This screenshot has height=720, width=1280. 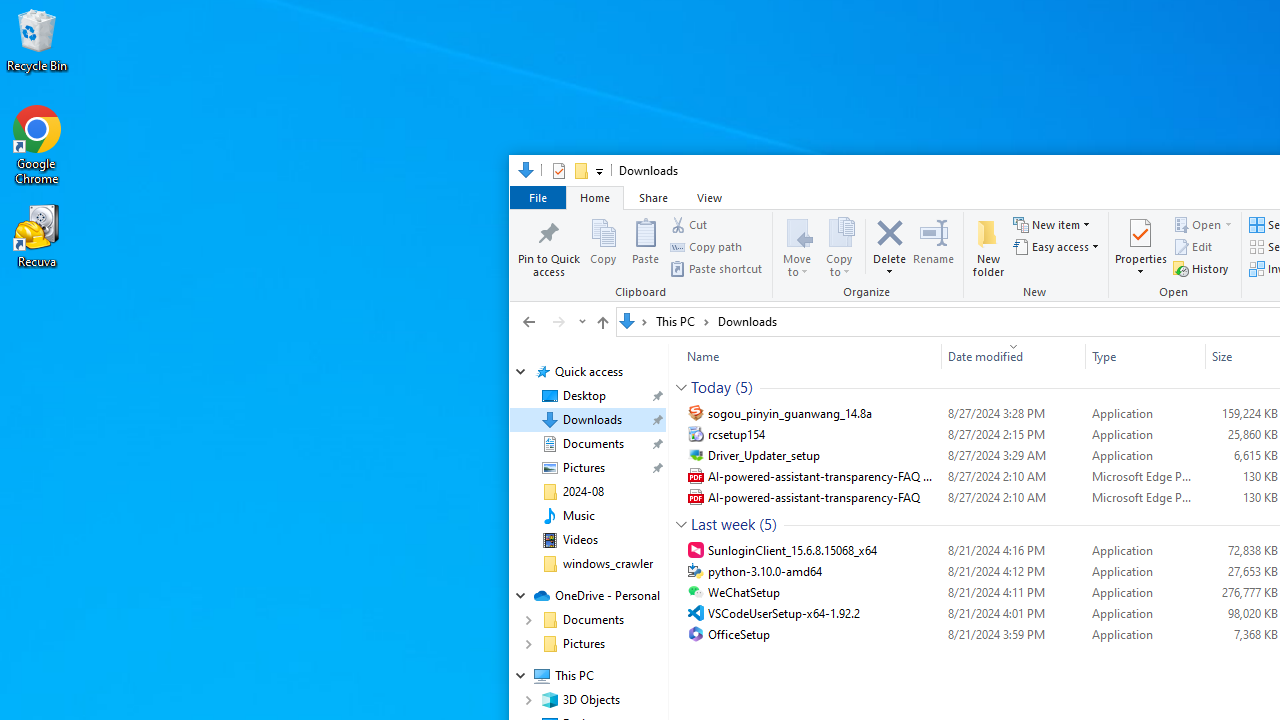 I want to click on 'Paste shortcut', so click(x=716, y=267).